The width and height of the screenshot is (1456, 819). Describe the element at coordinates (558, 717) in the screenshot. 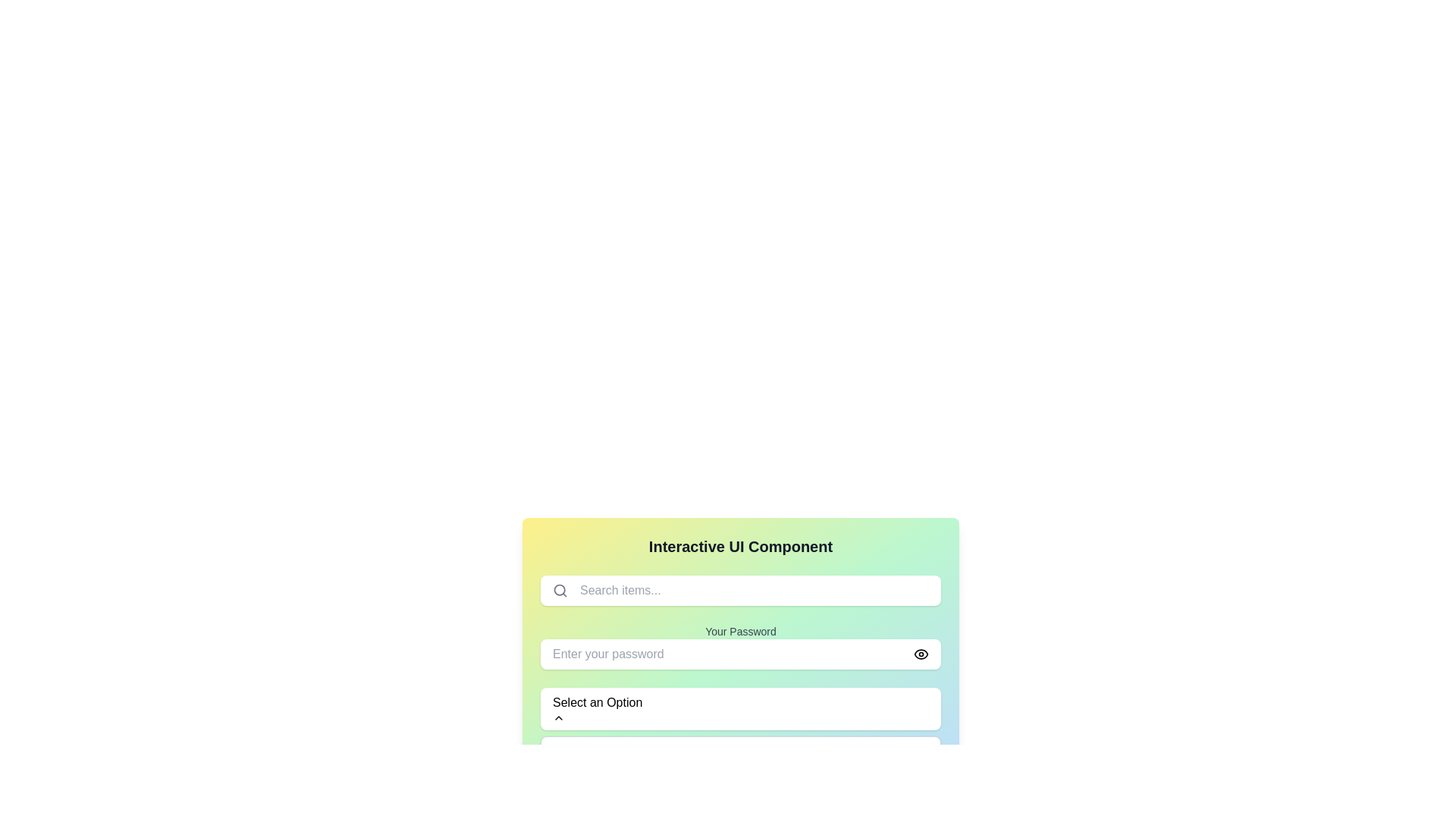

I see `the chevron icon on the right side of the 'Select an Option' button` at that location.